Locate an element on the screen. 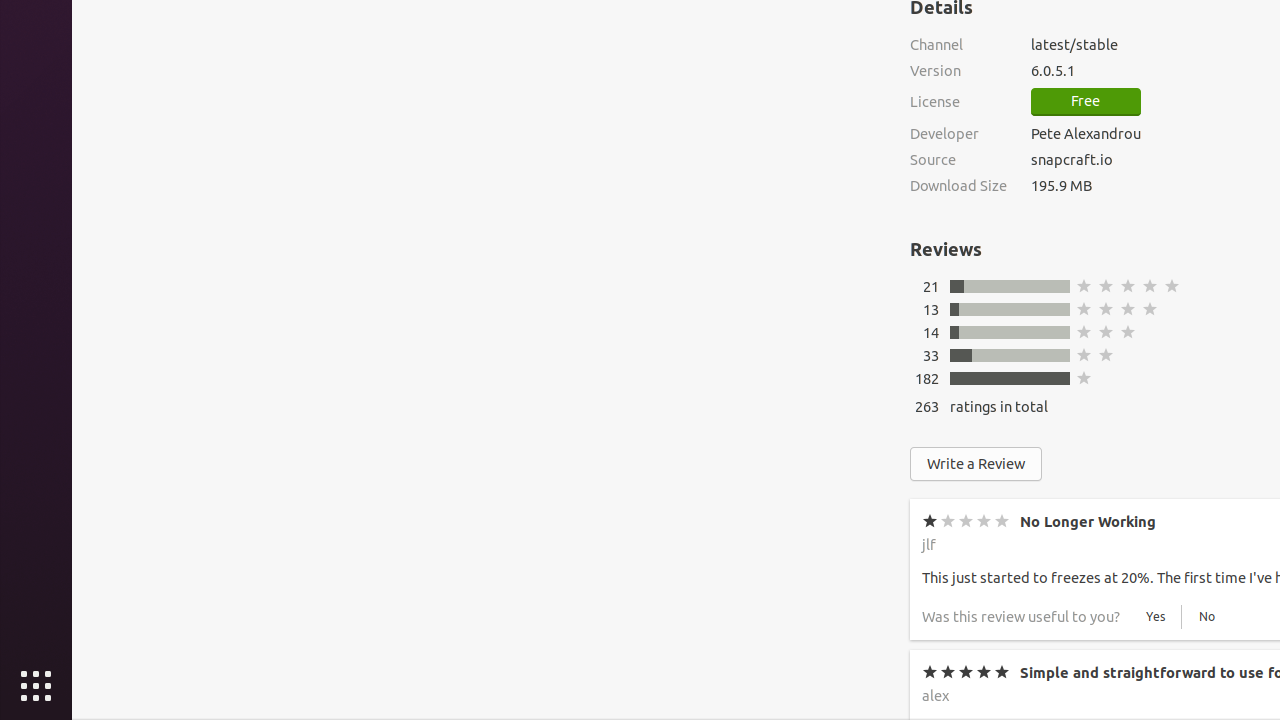 This screenshot has height=720, width=1280. 'Source' is located at coordinates (957, 158).